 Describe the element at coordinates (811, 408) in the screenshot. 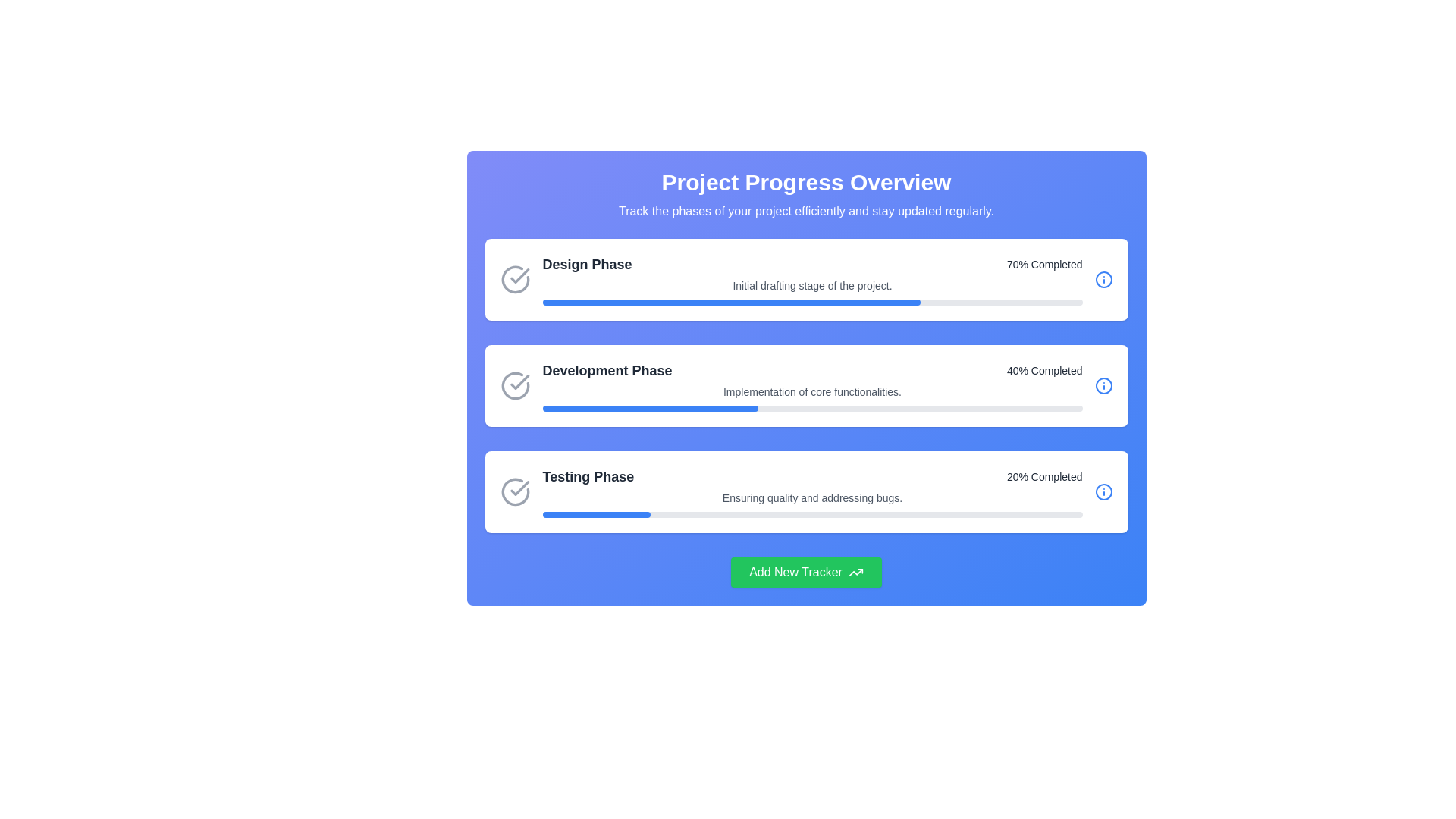

I see `the Progress Bar located below the text 'Implementation of core functionalities' in the 'Development Phase' card, which indicates that 40% of the development has been completed` at that location.